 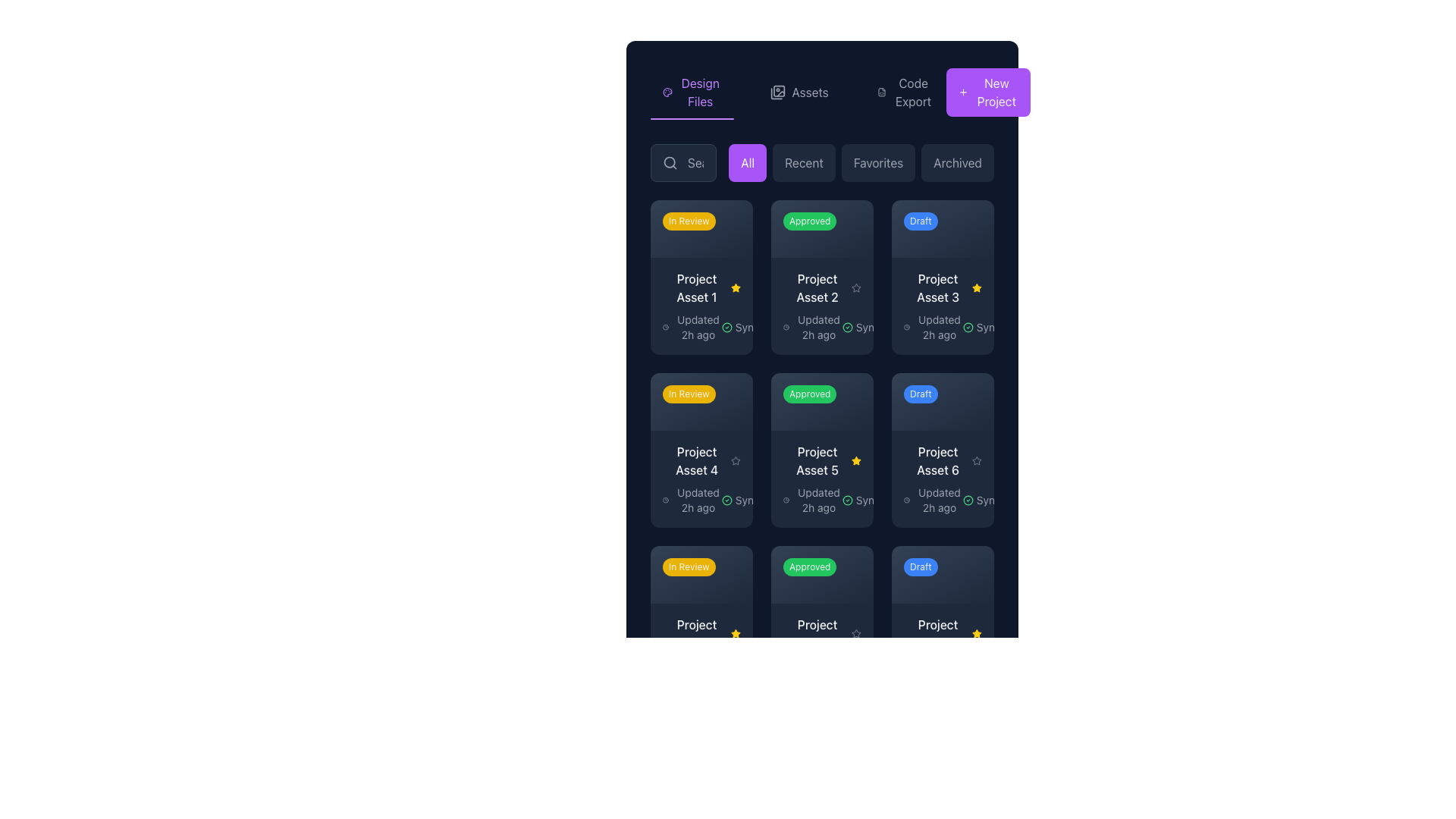 What do you see at coordinates (856, 460) in the screenshot?
I see `the favorite icon located on the right side of the text 'Project Asset 5' in the card titled 'Project Asset 5'` at bounding box center [856, 460].